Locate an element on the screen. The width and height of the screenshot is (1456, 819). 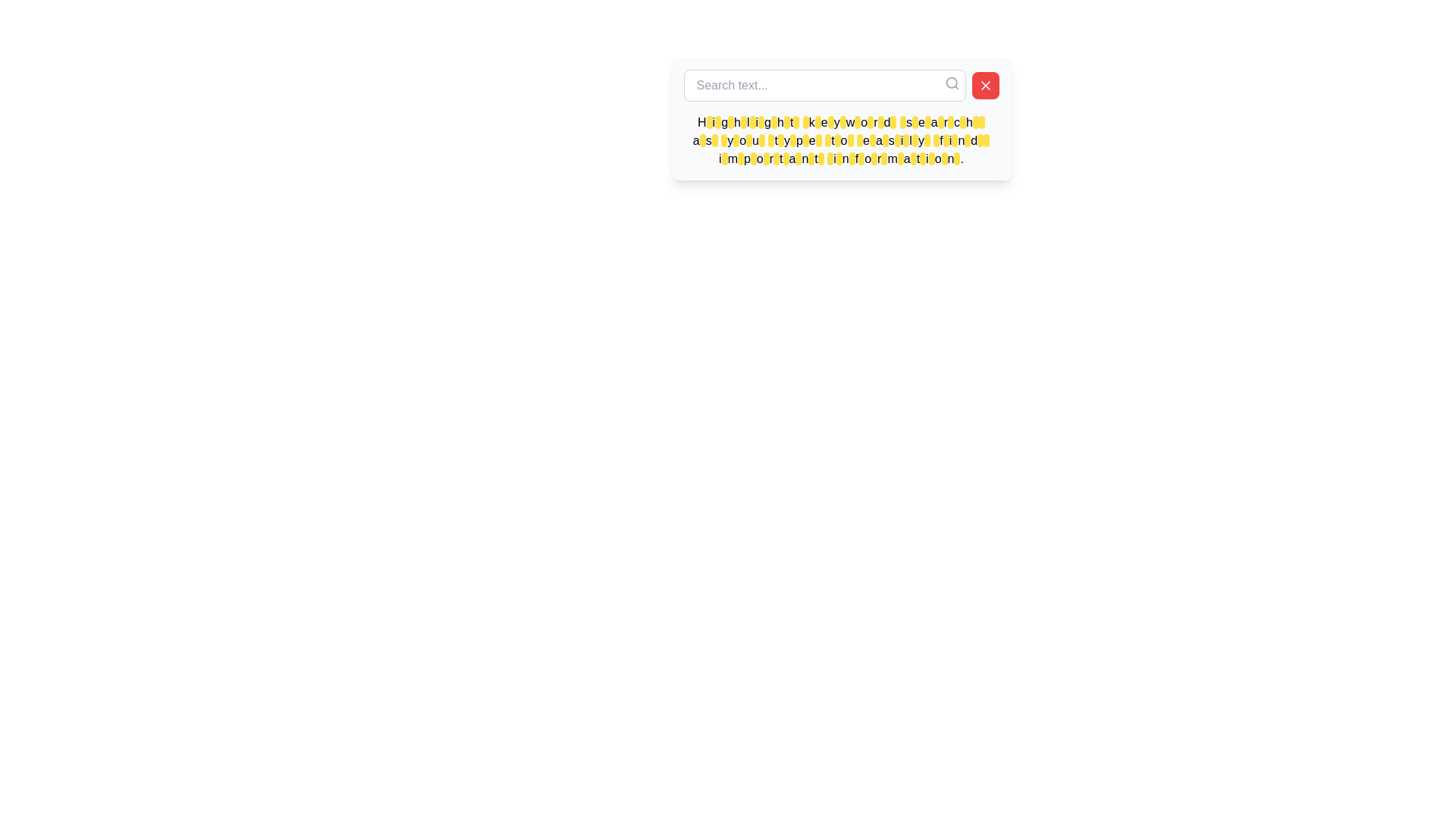
the eighth yellow-highlighted segment of the text block, which serves as a visual highlight for specific parts of the content is located at coordinates (786, 121).